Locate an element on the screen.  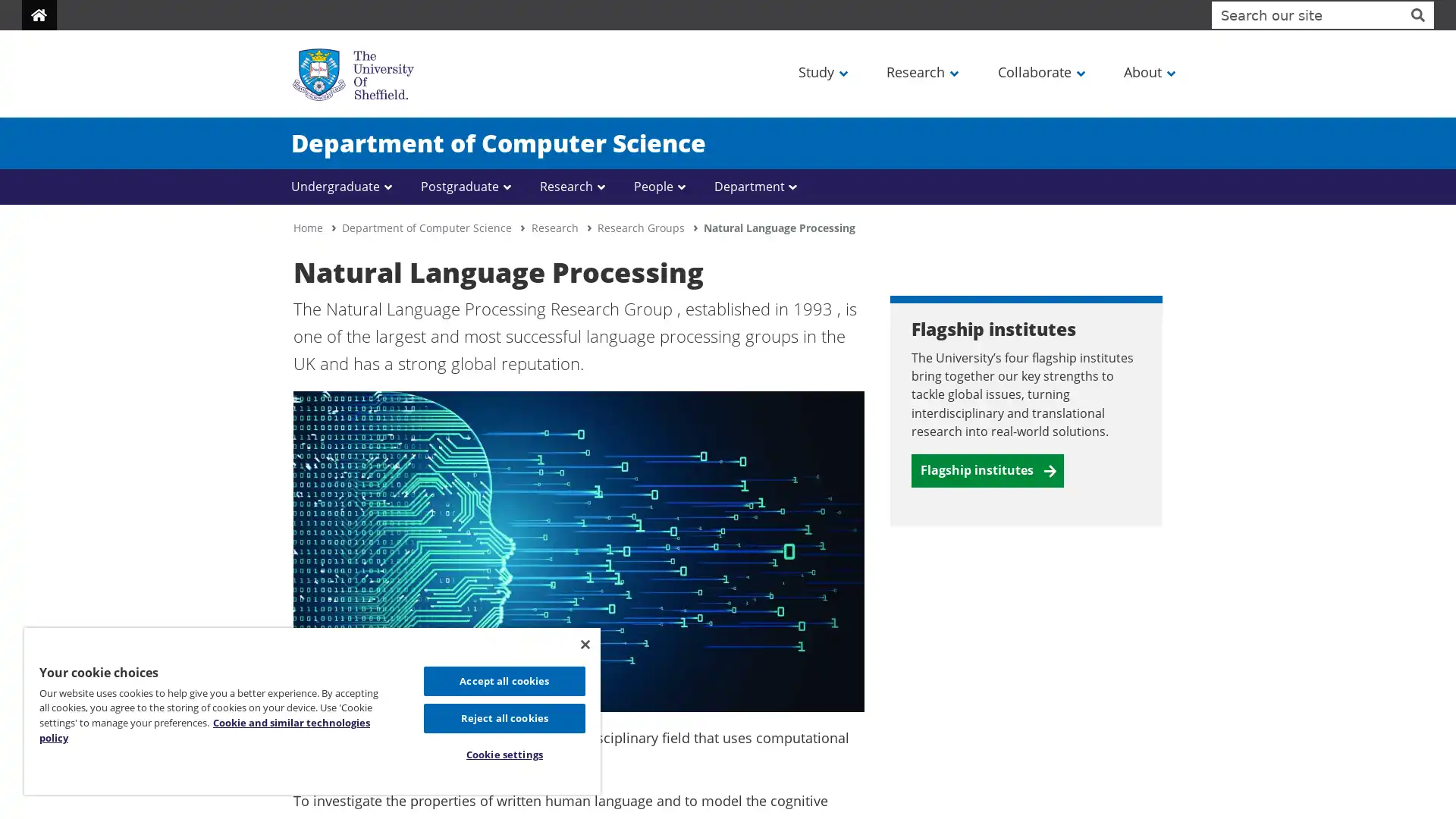
Research is located at coordinates (574, 187).